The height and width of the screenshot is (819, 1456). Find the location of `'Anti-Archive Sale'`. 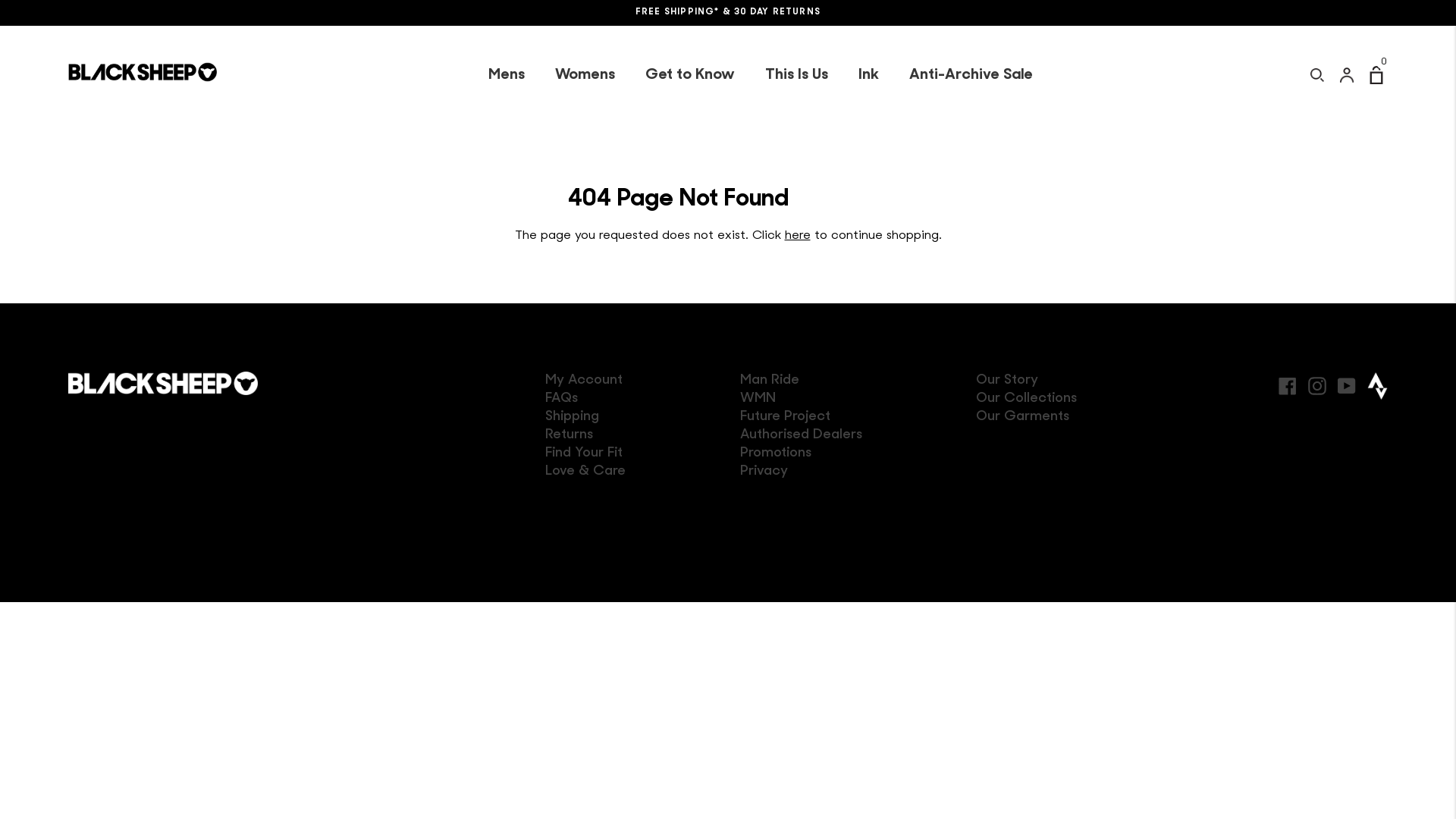

'Anti-Archive Sale' is located at coordinates (969, 75).